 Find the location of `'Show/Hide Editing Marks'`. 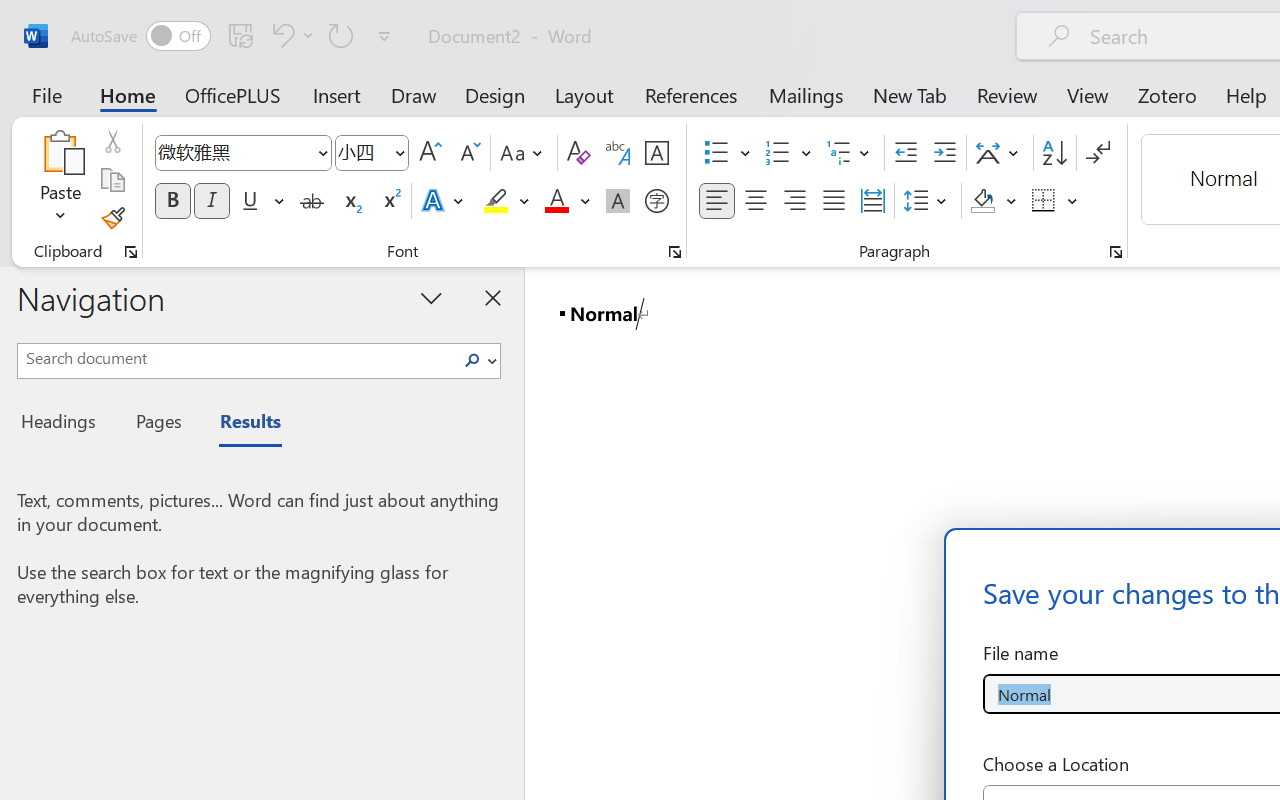

'Show/Hide Editing Marks' is located at coordinates (1097, 153).